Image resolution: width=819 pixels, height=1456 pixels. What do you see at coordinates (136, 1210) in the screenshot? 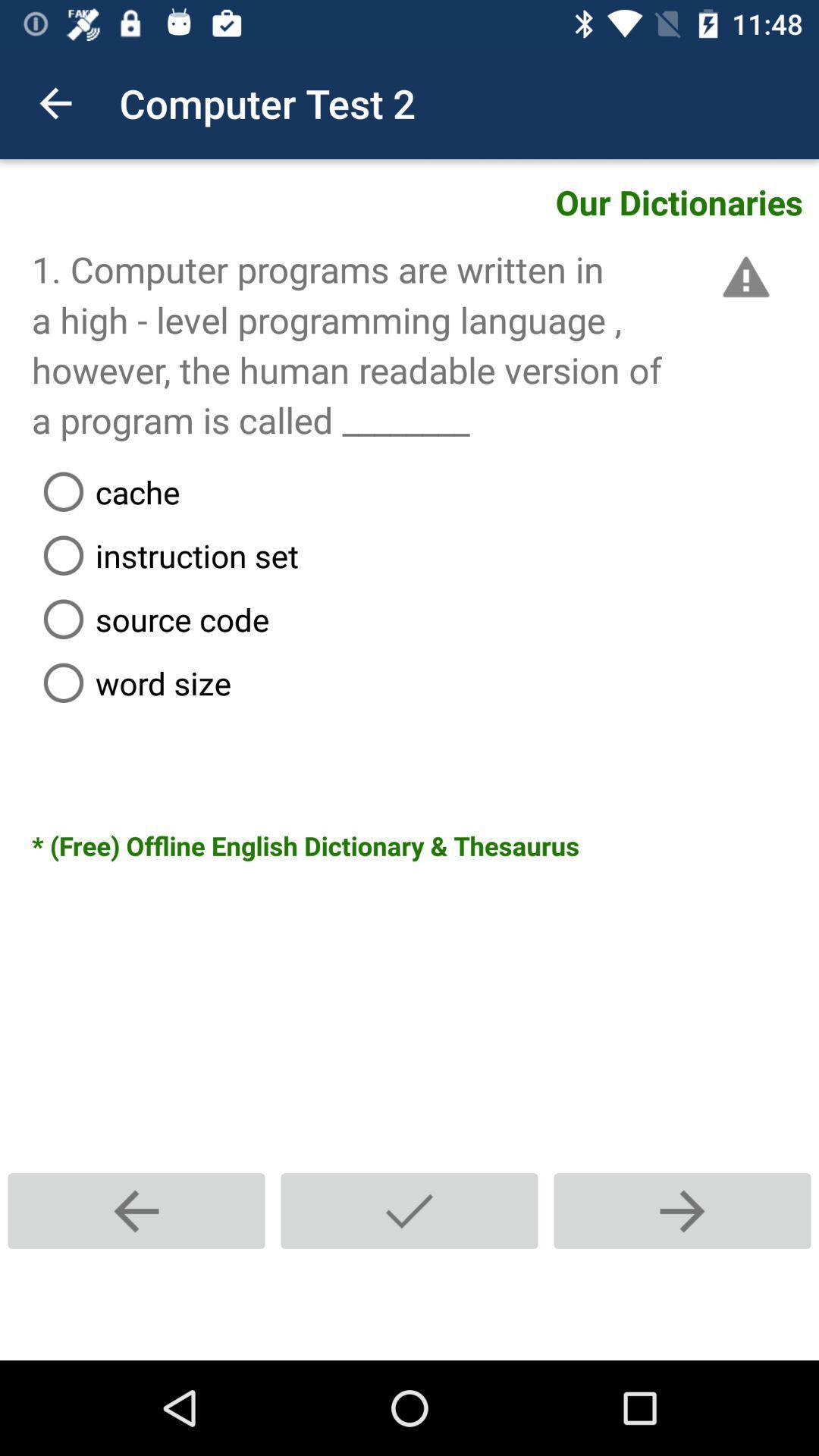
I see `go back` at bounding box center [136, 1210].